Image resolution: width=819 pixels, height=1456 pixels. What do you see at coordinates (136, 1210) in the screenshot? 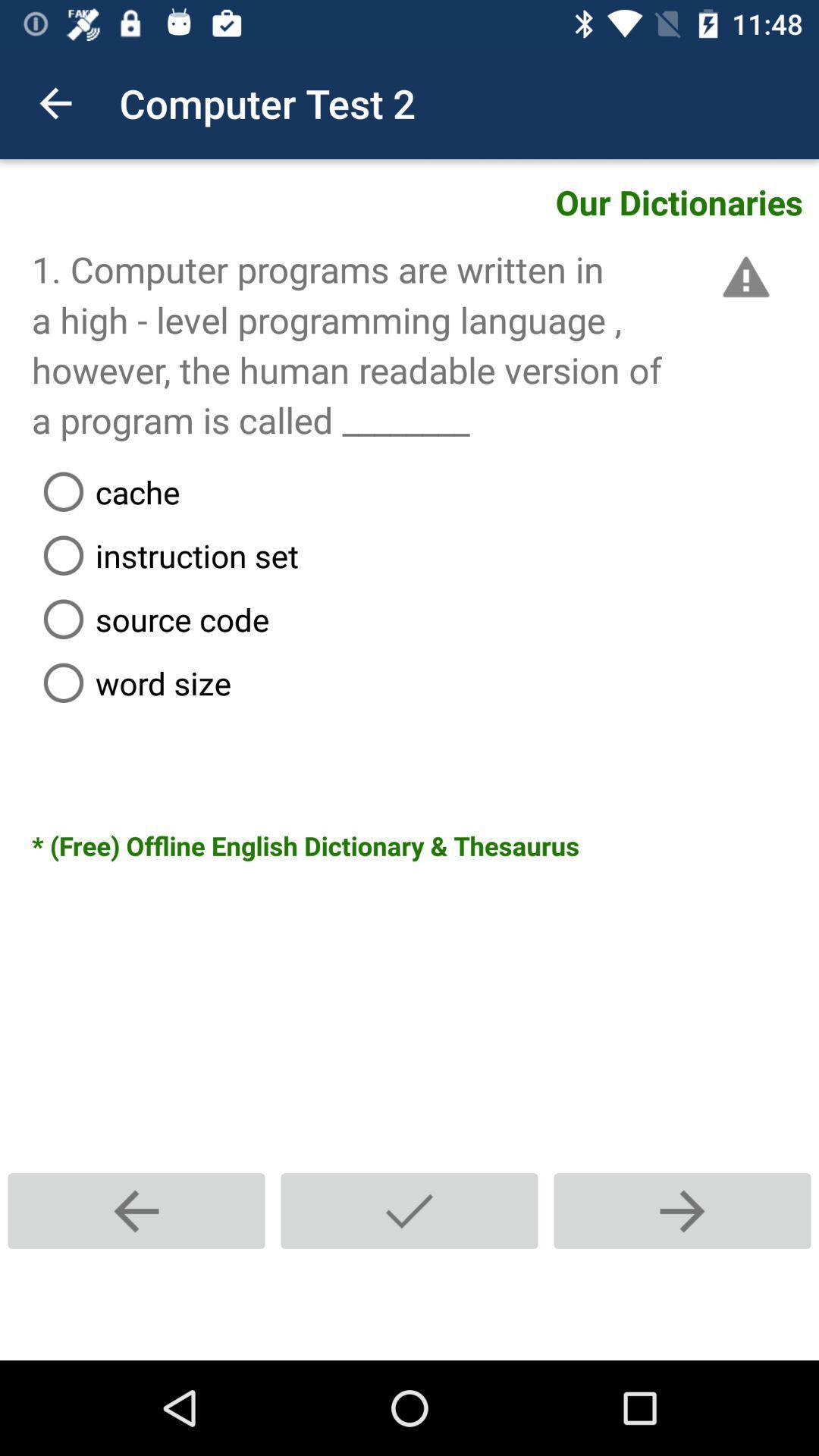
I see `go back` at bounding box center [136, 1210].